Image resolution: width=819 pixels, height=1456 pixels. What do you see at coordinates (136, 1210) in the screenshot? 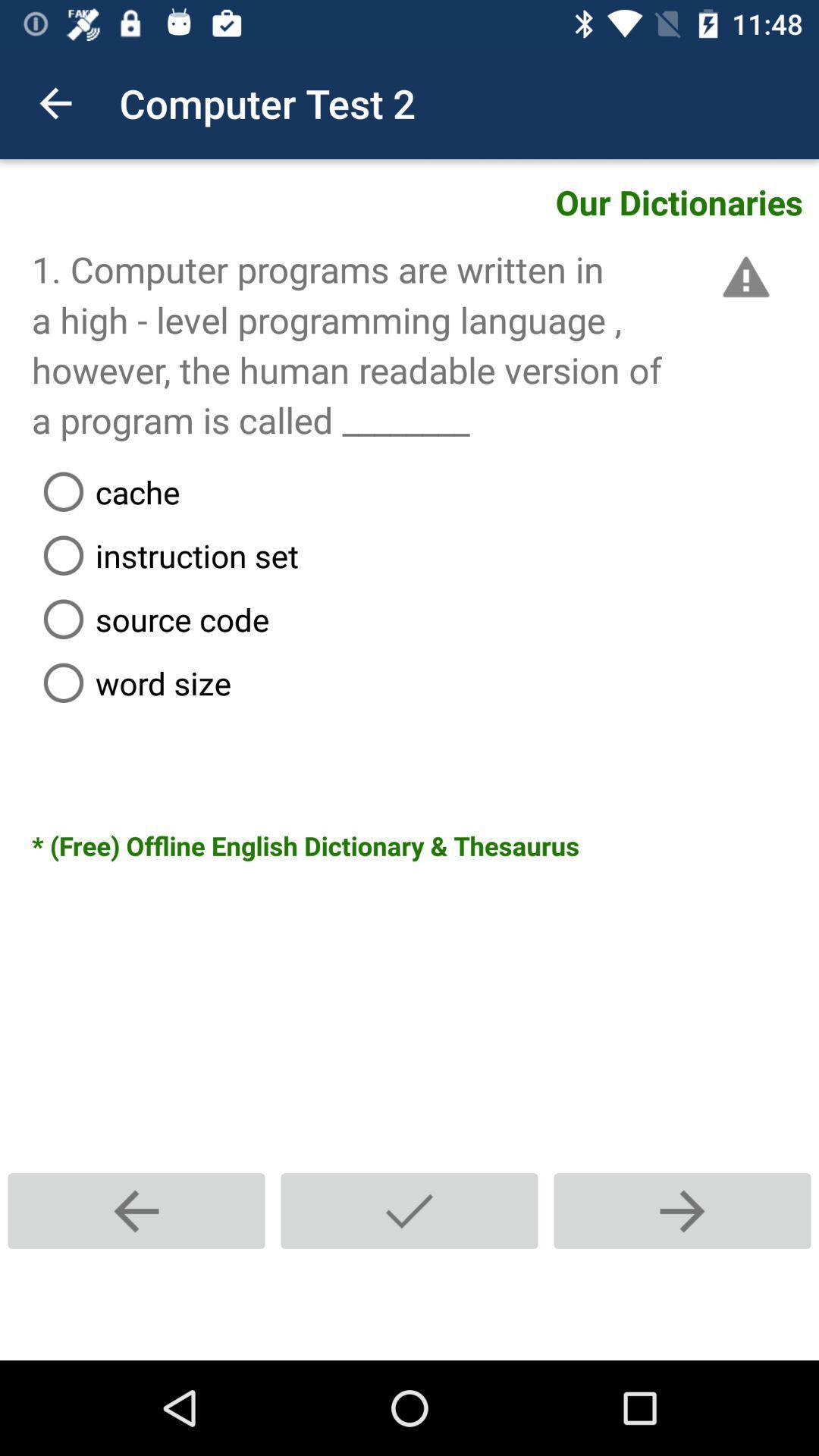
I see `go back` at bounding box center [136, 1210].